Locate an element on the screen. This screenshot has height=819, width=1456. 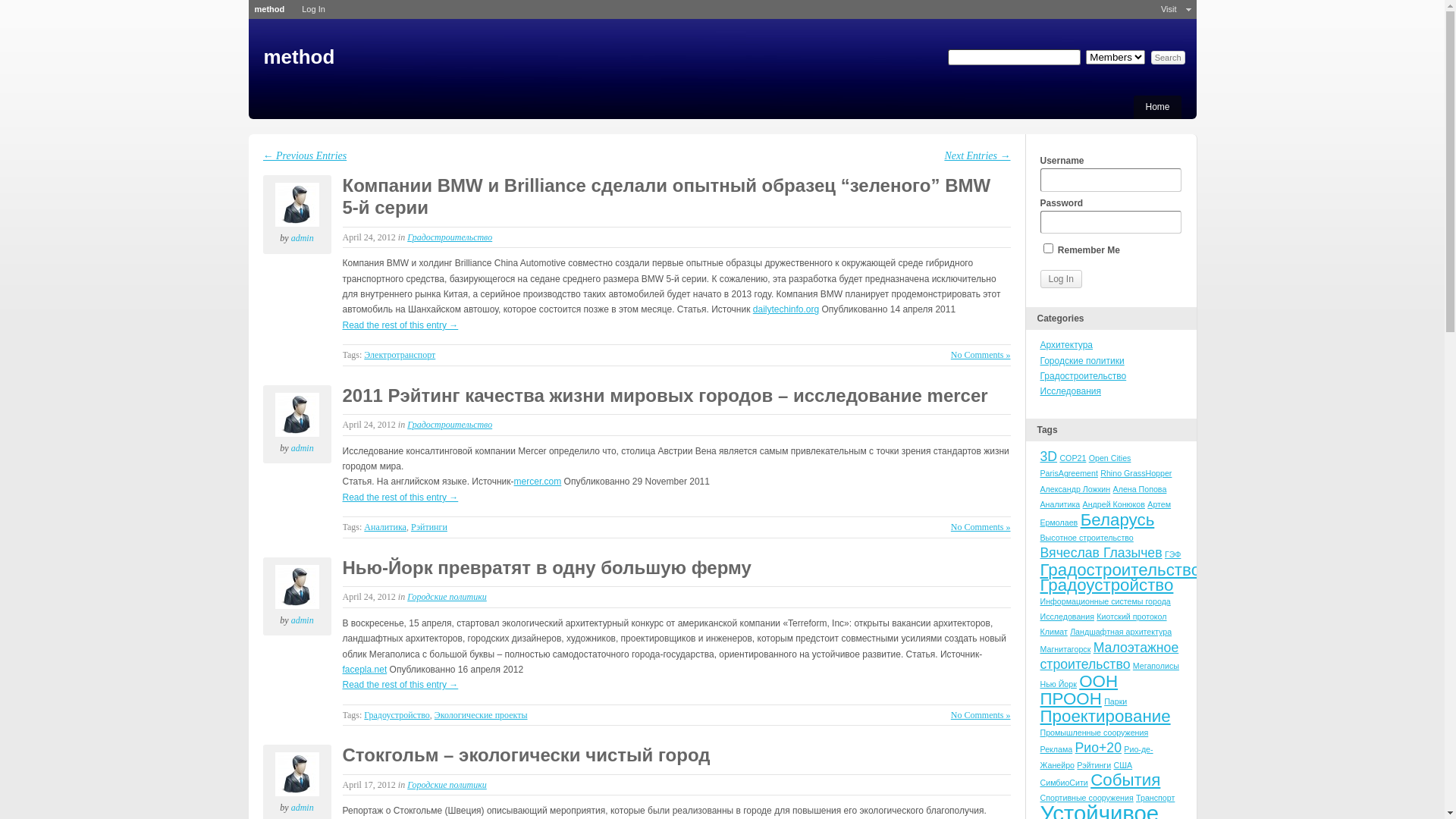
'Log In' is located at coordinates (1060, 278).